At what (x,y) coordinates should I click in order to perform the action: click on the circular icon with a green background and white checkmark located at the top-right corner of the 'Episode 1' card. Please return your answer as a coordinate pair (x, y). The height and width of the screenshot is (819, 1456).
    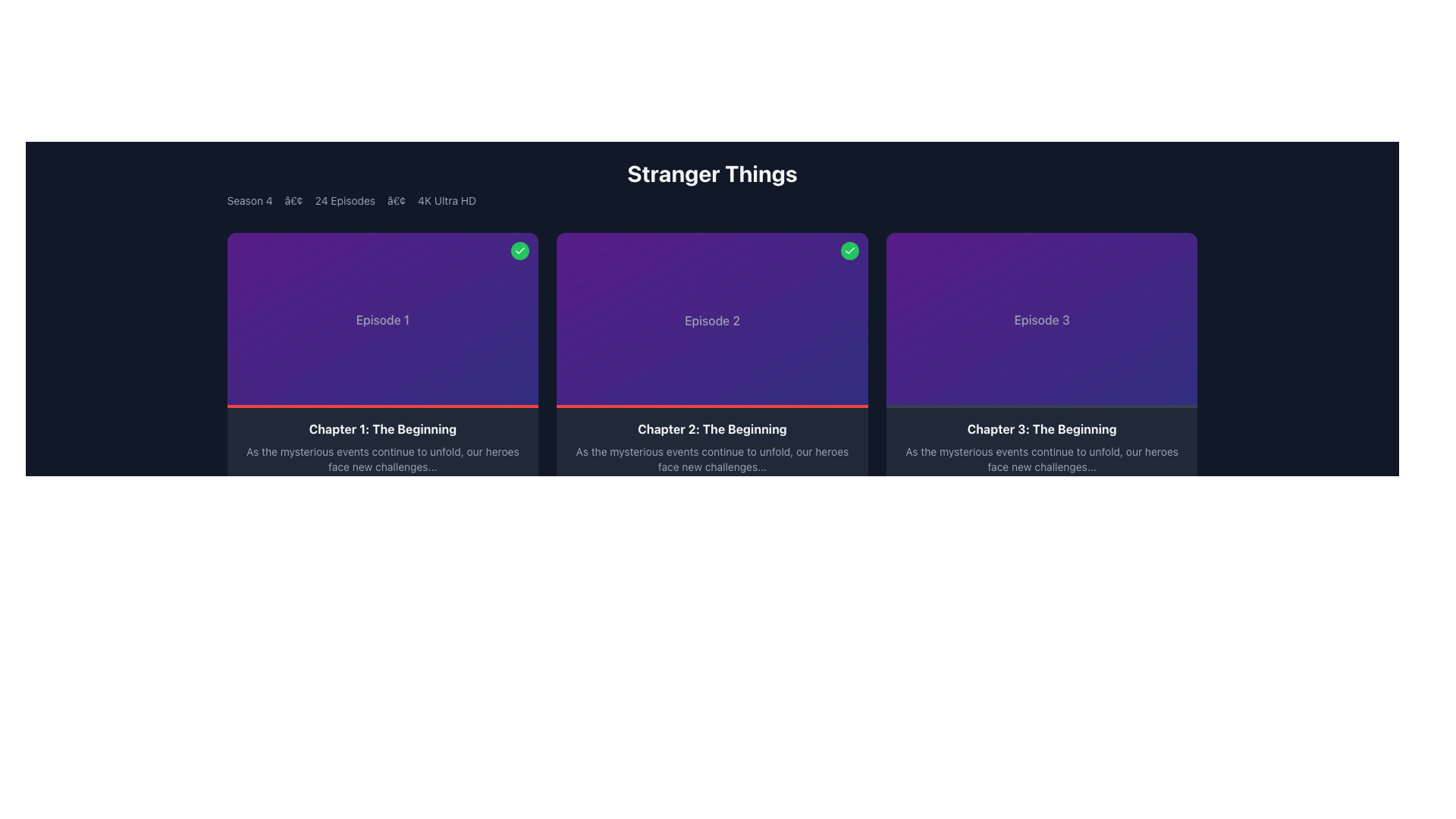
    Looking at the image, I should click on (520, 250).